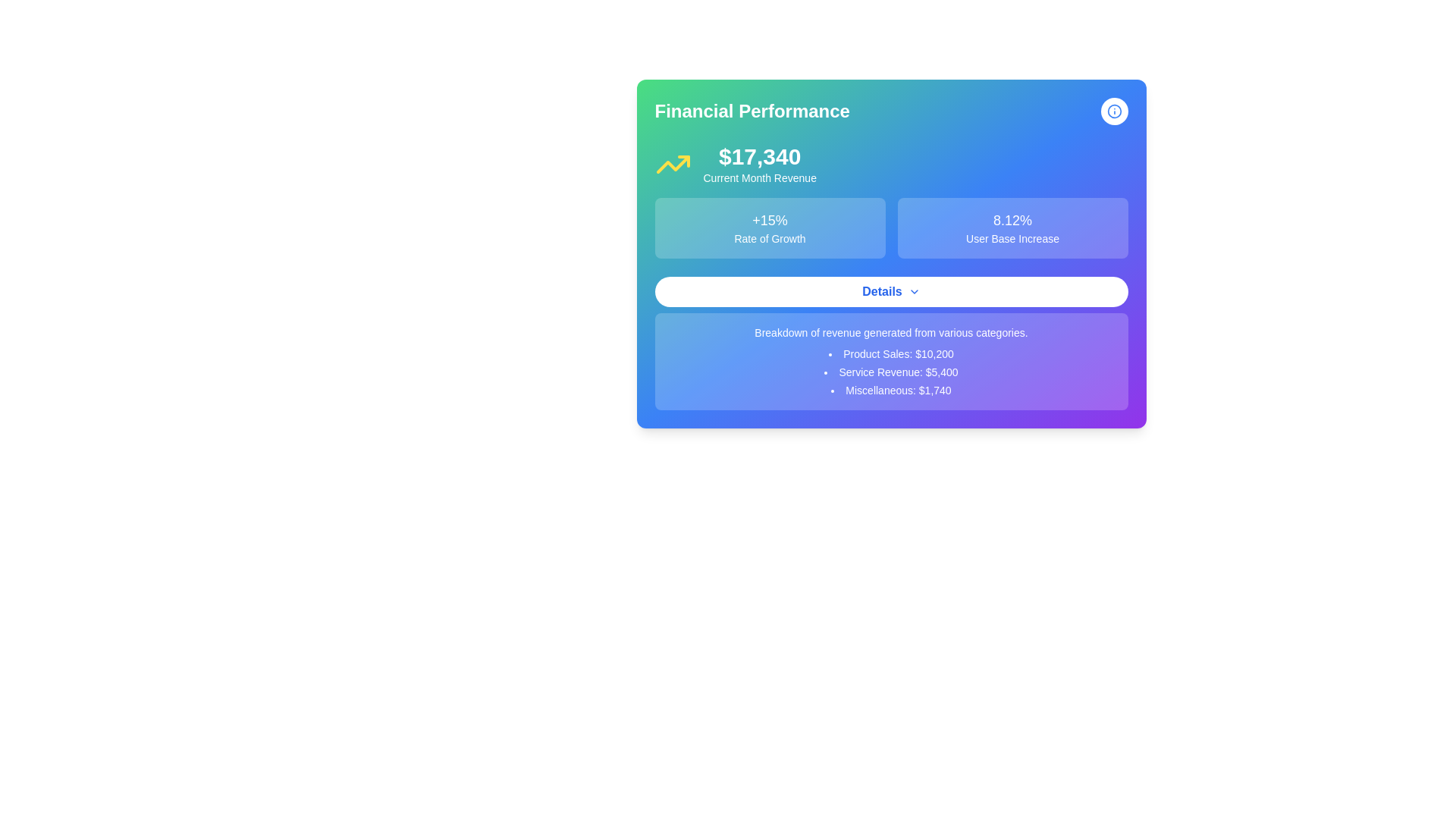 The height and width of the screenshot is (819, 1456). What do you see at coordinates (1114, 110) in the screenshot?
I see `the circular icon button with an information symbol, located in the top-right corner of the card` at bounding box center [1114, 110].